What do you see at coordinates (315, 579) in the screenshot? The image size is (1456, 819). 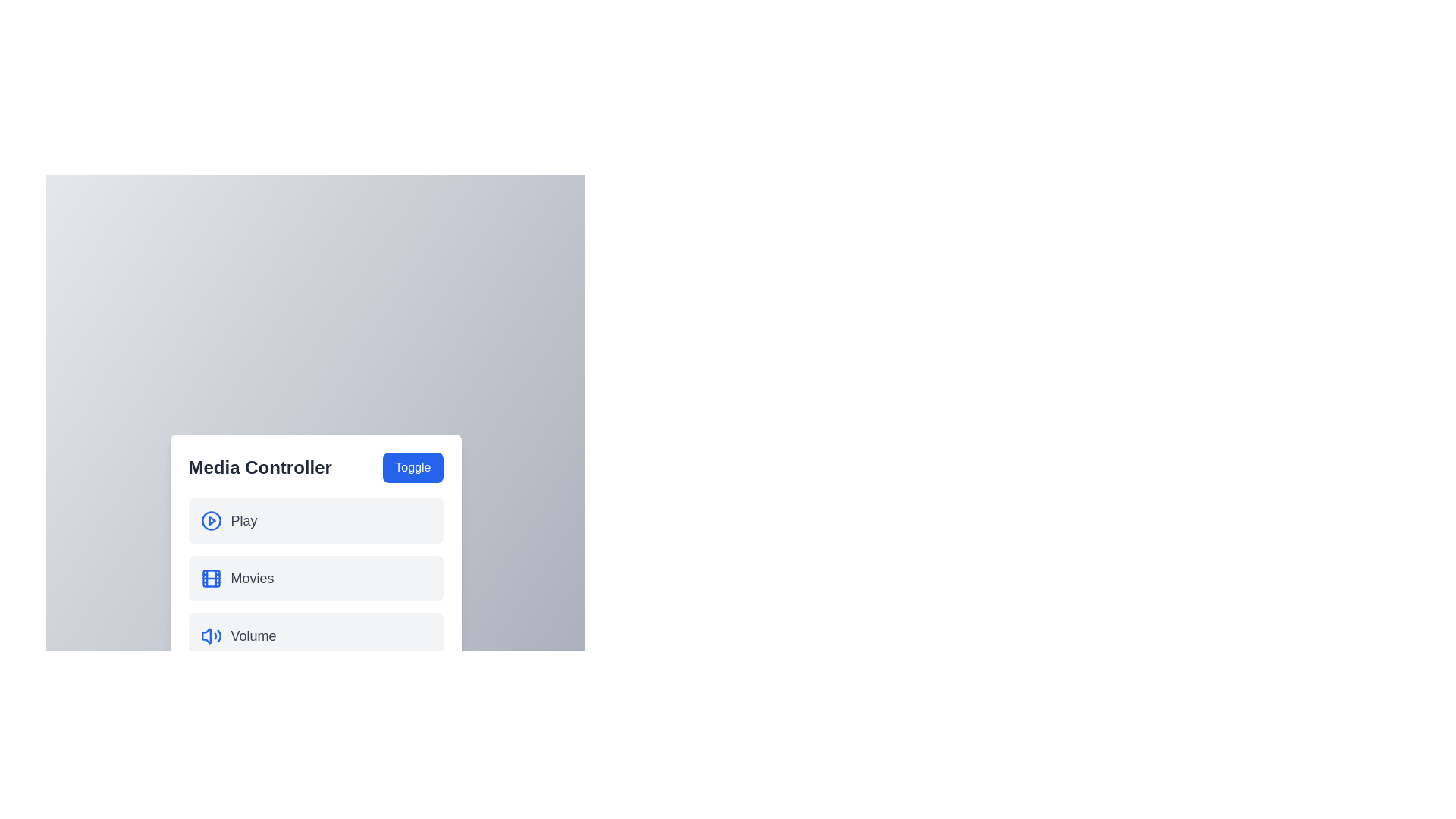 I see `the menu item Movies` at bounding box center [315, 579].